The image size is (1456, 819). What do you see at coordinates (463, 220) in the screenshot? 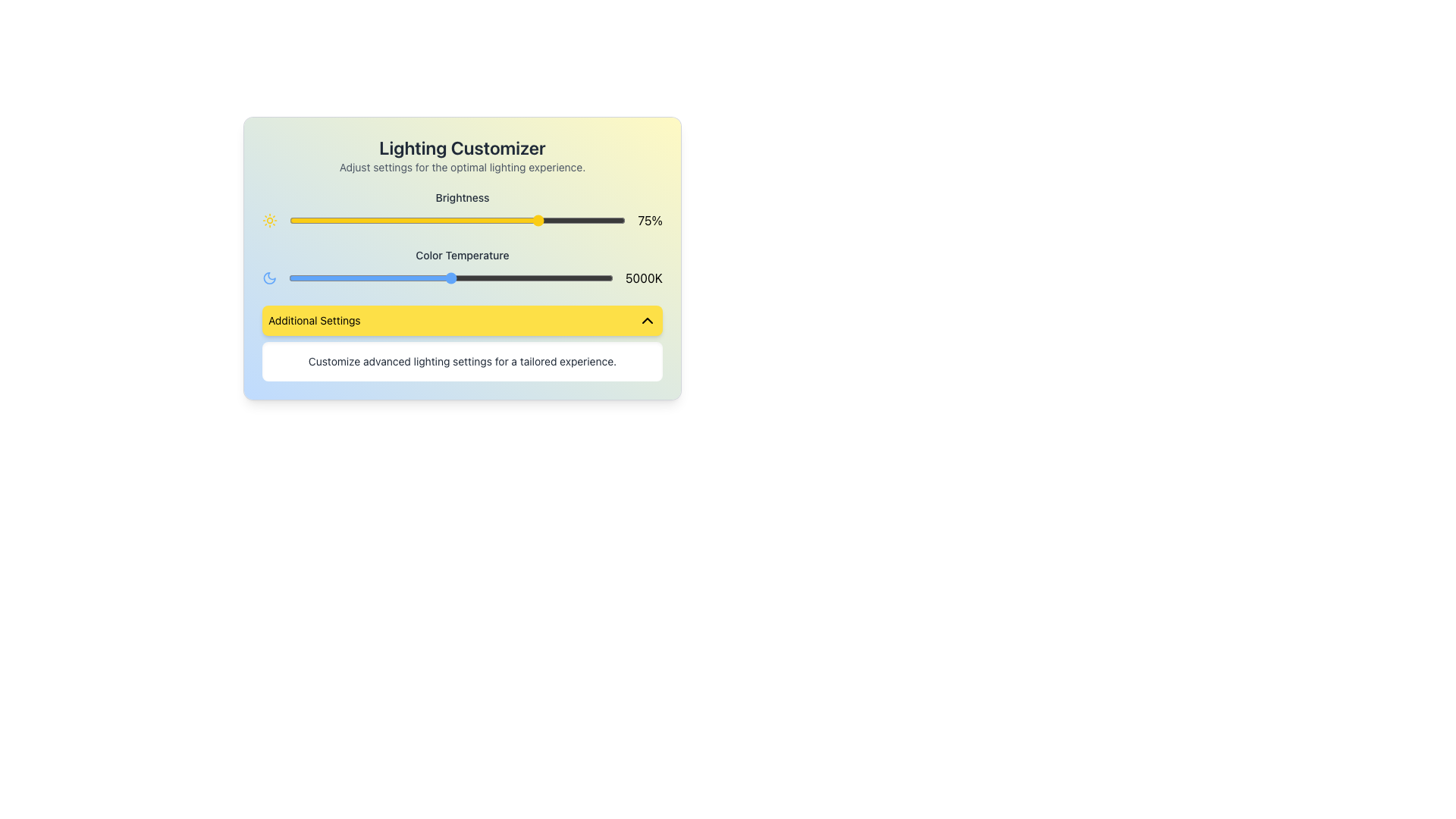
I see `the brightness level` at bounding box center [463, 220].